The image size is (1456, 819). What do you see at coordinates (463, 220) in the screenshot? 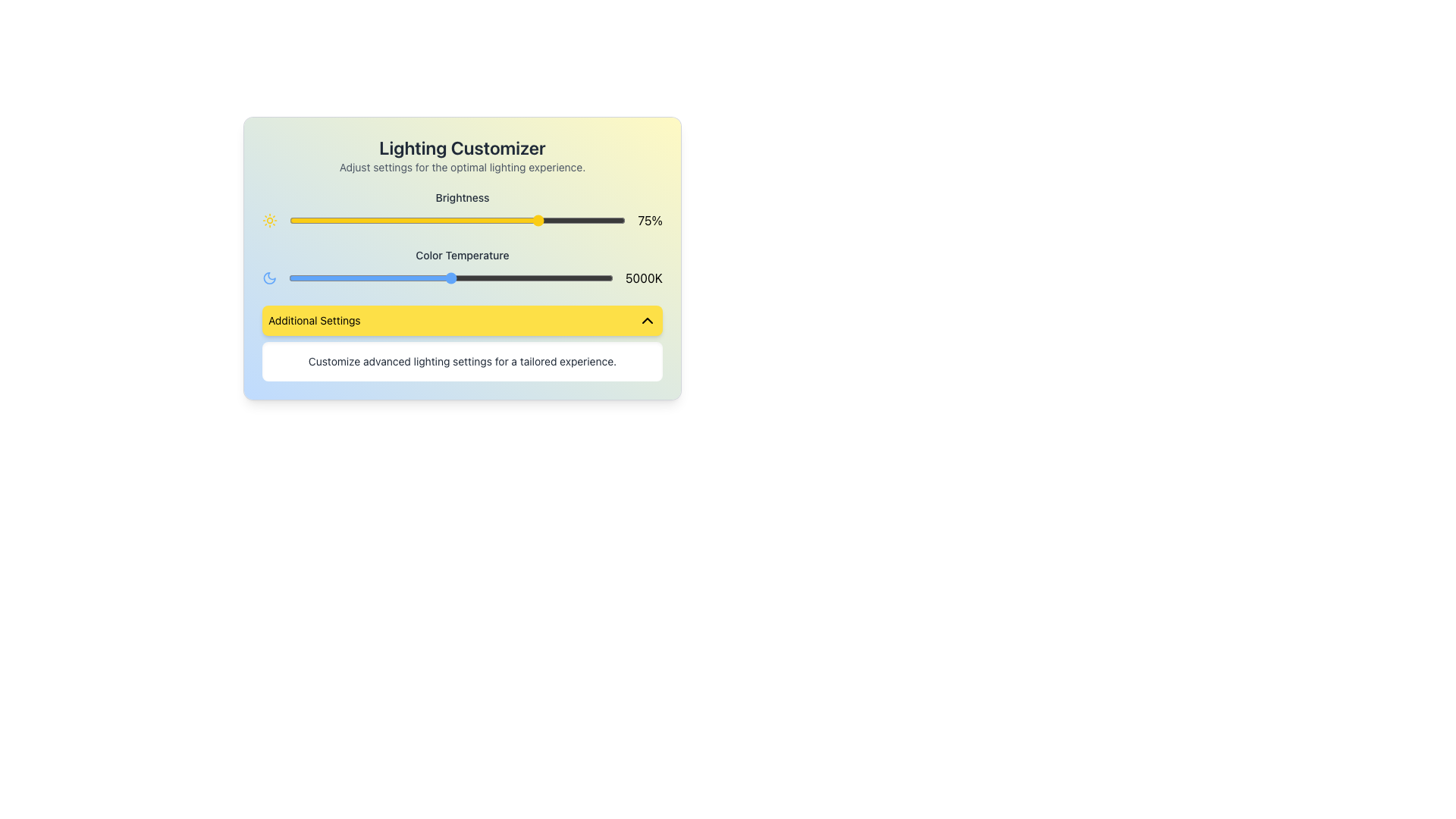
I see `the brightness level` at bounding box center [463, 220].